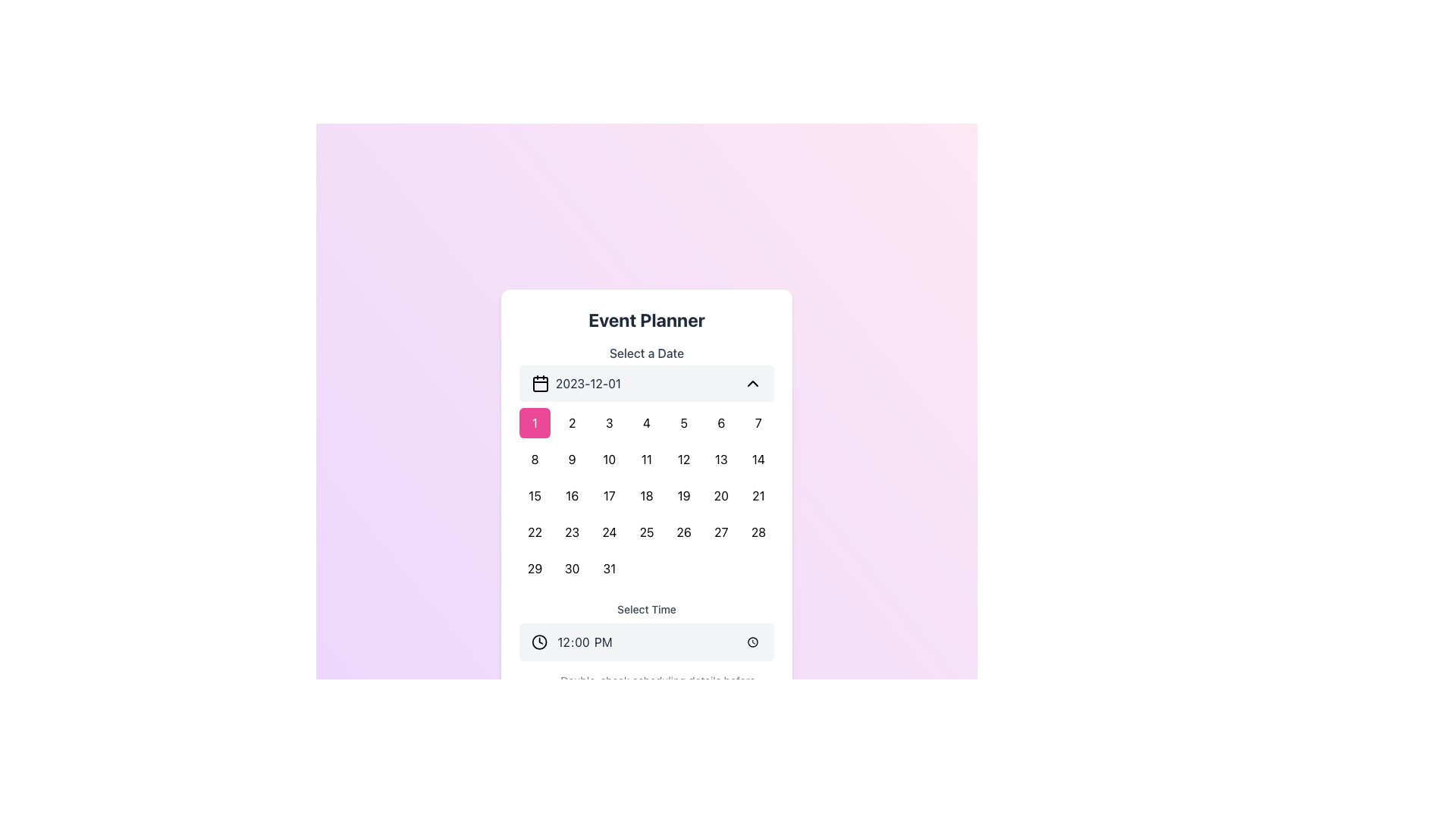 The height and width of the screenshot is (819, 1456). Describe the element at coordinates (571, 458) in the screenshot. I see `the button representing day '9' on the calendar to observe hover effects` at that location.